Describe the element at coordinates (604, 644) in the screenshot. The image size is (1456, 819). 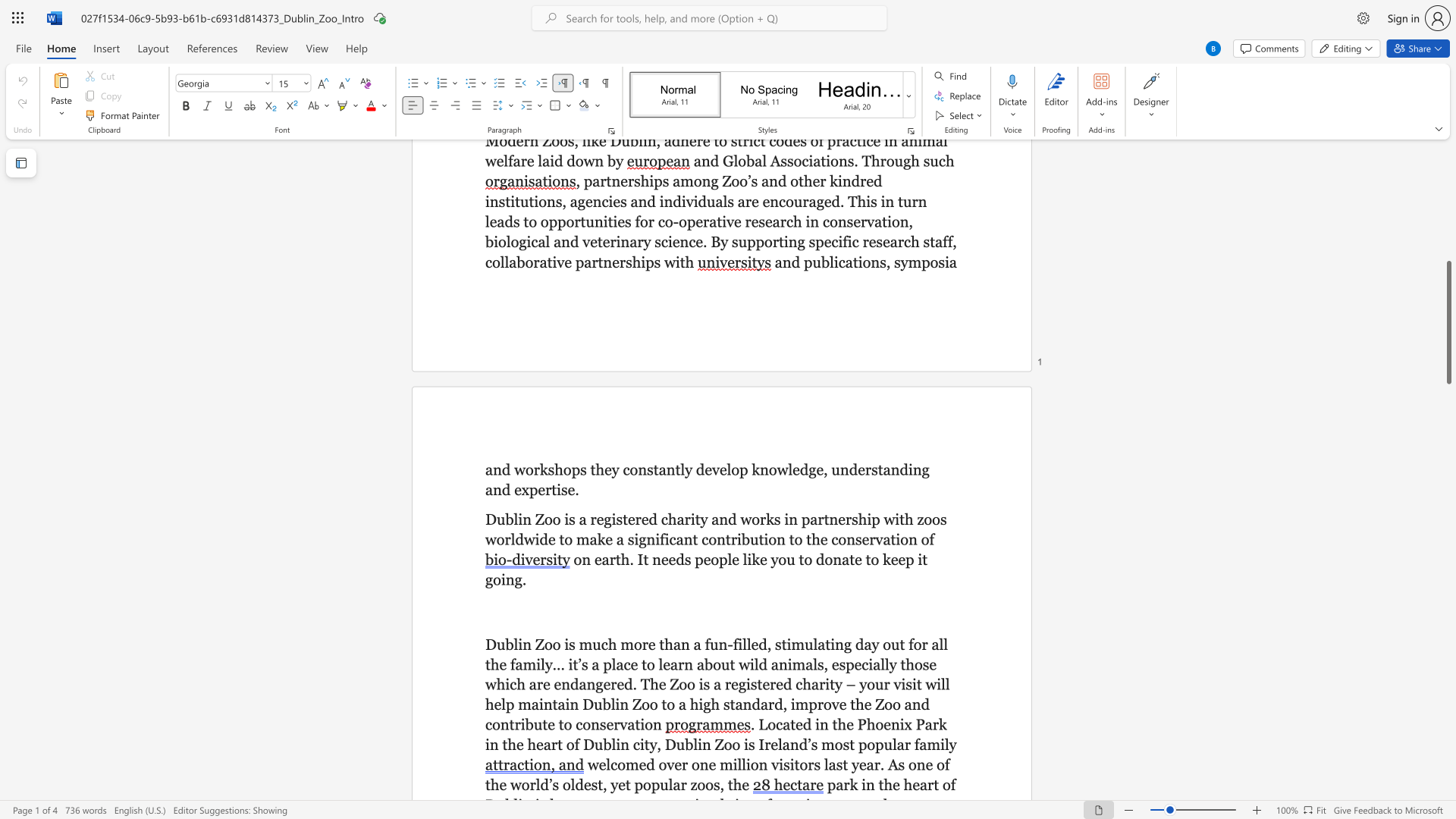
I see `the 1th character "c" in the text` at that location.